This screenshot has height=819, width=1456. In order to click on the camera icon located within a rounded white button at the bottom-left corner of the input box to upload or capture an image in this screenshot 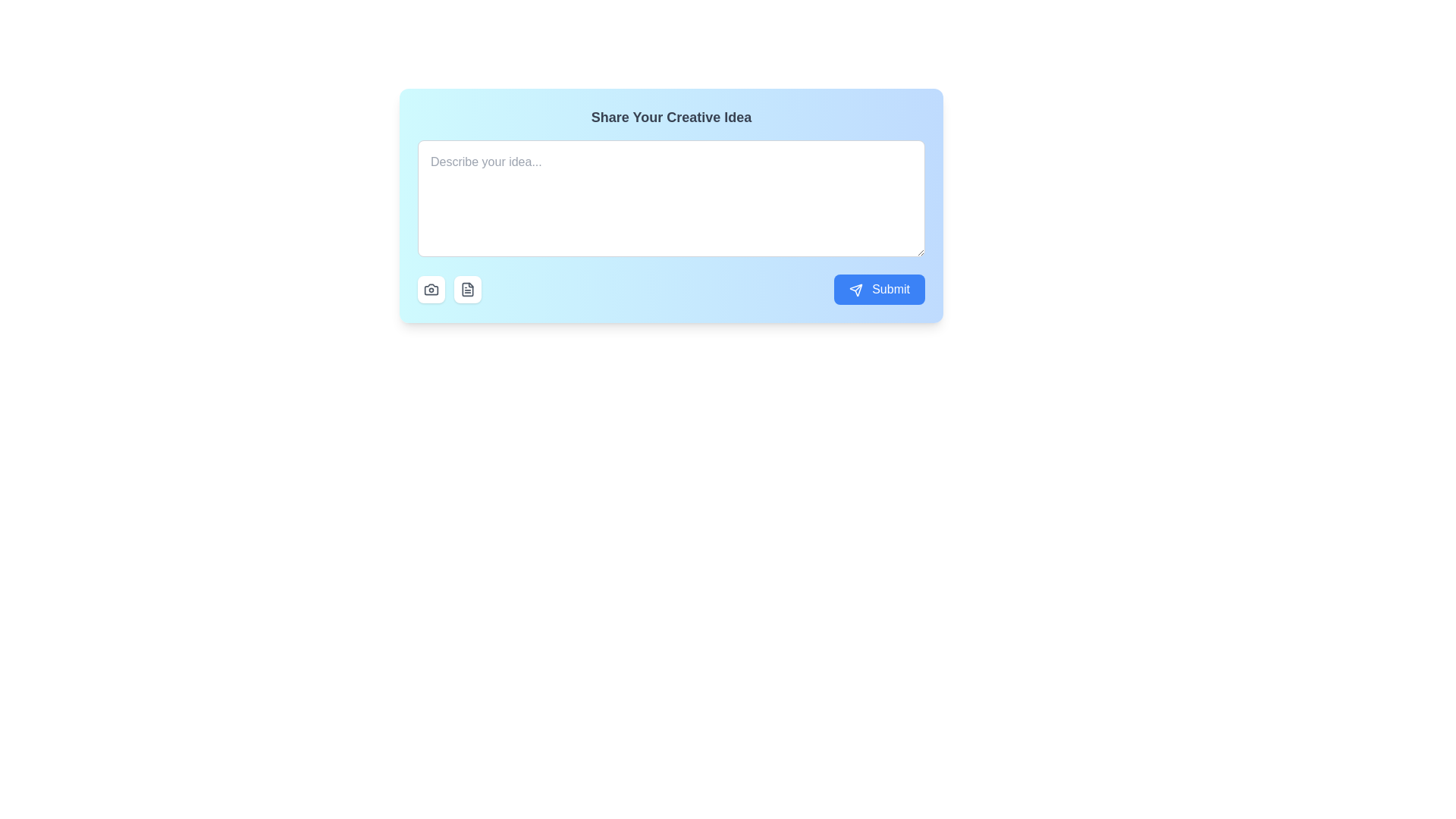, I will do `click(431, 289)`.